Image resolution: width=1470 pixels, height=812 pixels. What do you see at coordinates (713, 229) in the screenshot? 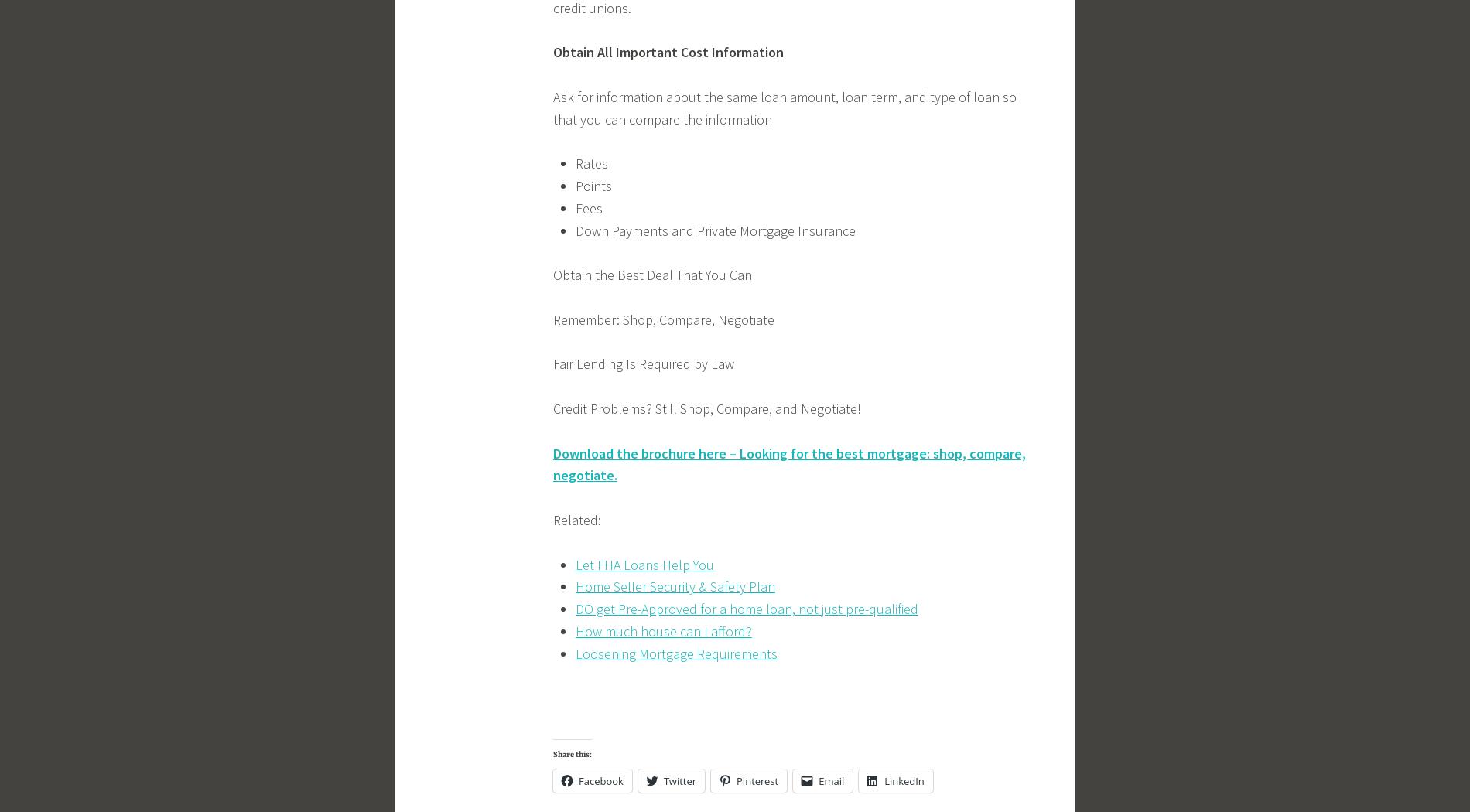
I see `'Down Payments and Private Mortgage Insurance'` at bounding box center [713, 229].